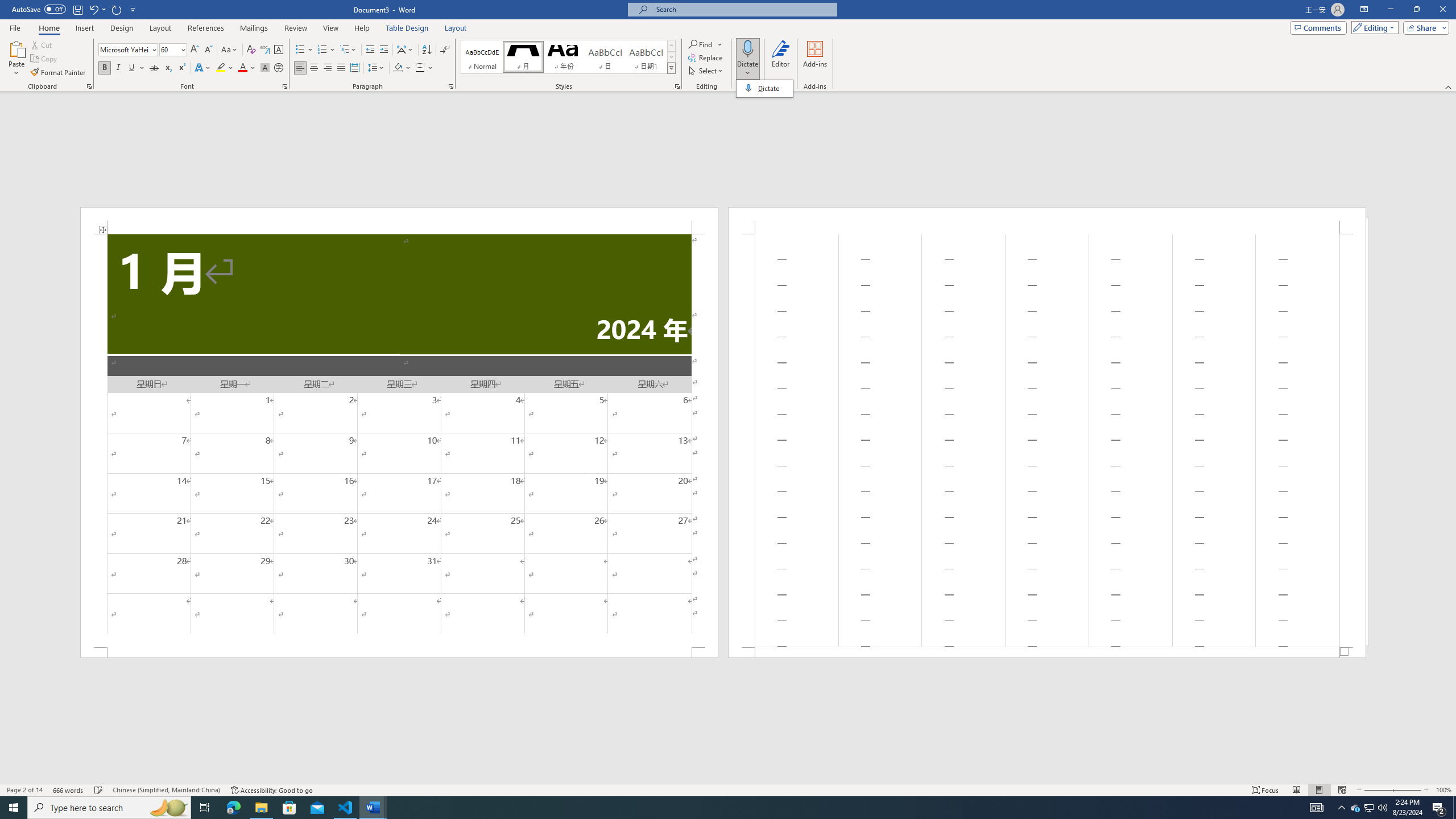  What do you see at coordinates (260, 806) in the screenshot?
I see `'File Explorer - 1 running window'` at bounding box center [260, 806].